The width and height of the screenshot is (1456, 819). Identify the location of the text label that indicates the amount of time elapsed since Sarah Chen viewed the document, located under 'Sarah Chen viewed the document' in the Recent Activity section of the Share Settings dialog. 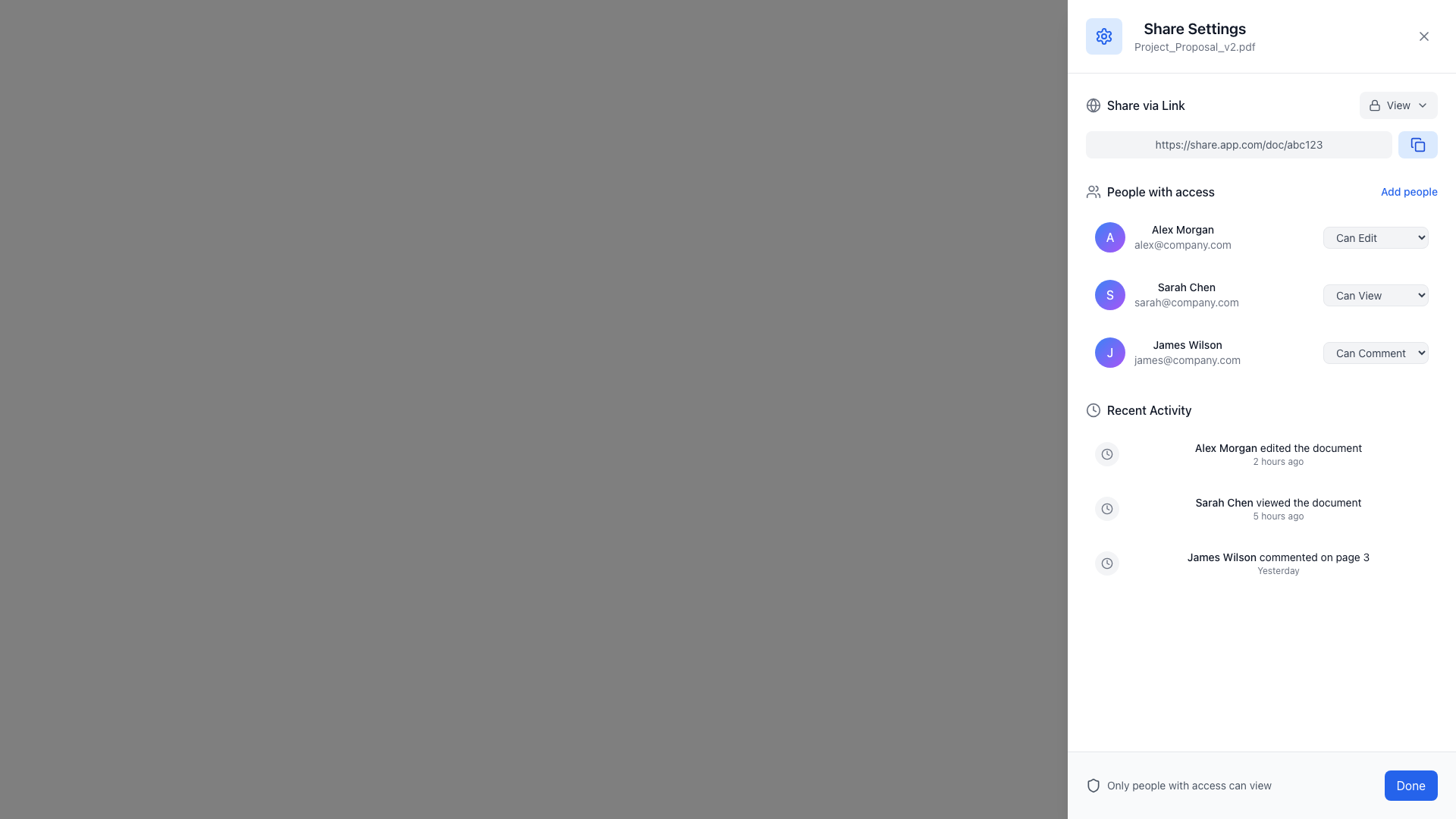
(1277, 516).